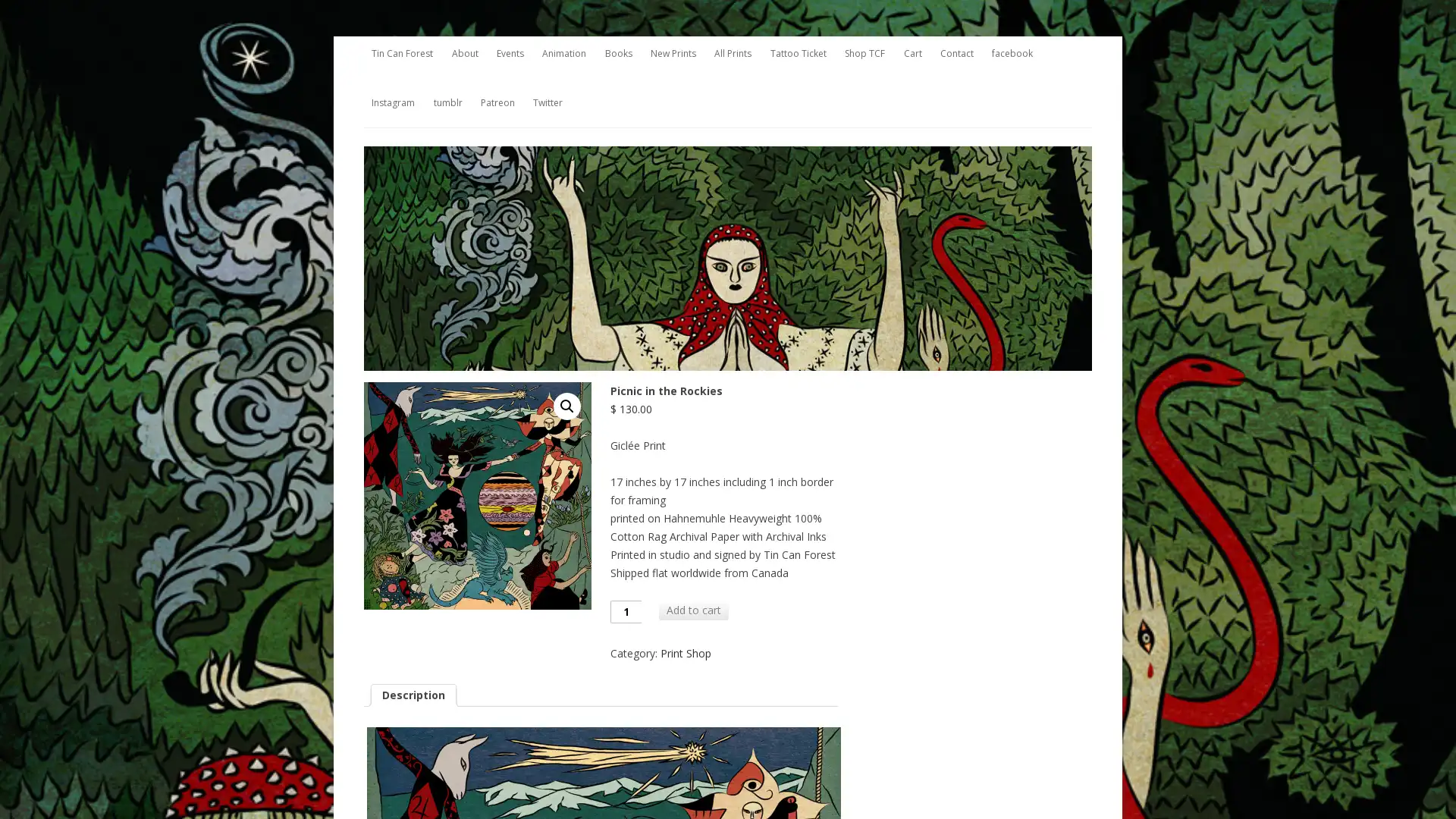  I want to click on Add to cart, so click(693, 608).